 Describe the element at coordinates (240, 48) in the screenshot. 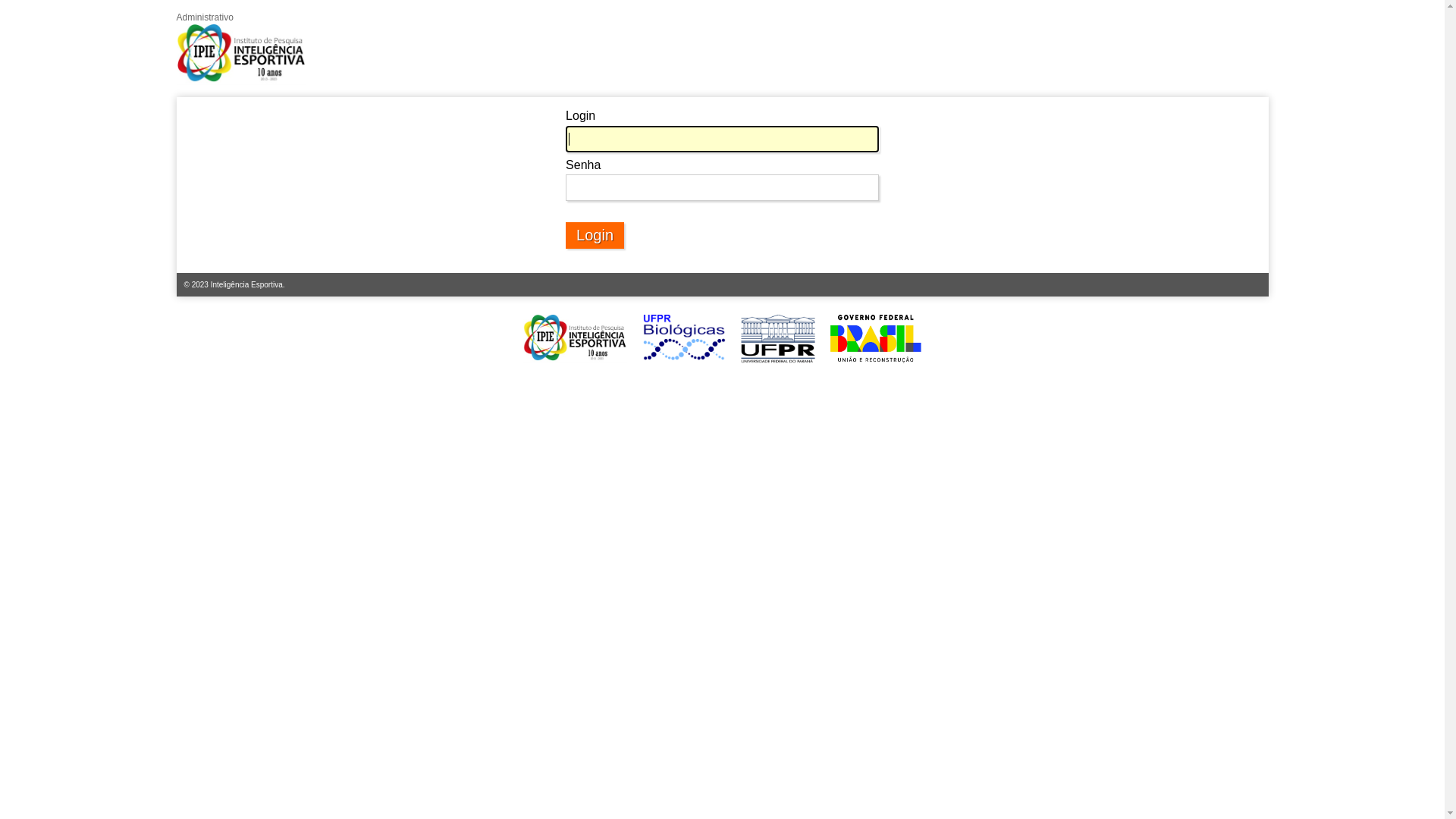

I see `'Administrativo'` at that location.